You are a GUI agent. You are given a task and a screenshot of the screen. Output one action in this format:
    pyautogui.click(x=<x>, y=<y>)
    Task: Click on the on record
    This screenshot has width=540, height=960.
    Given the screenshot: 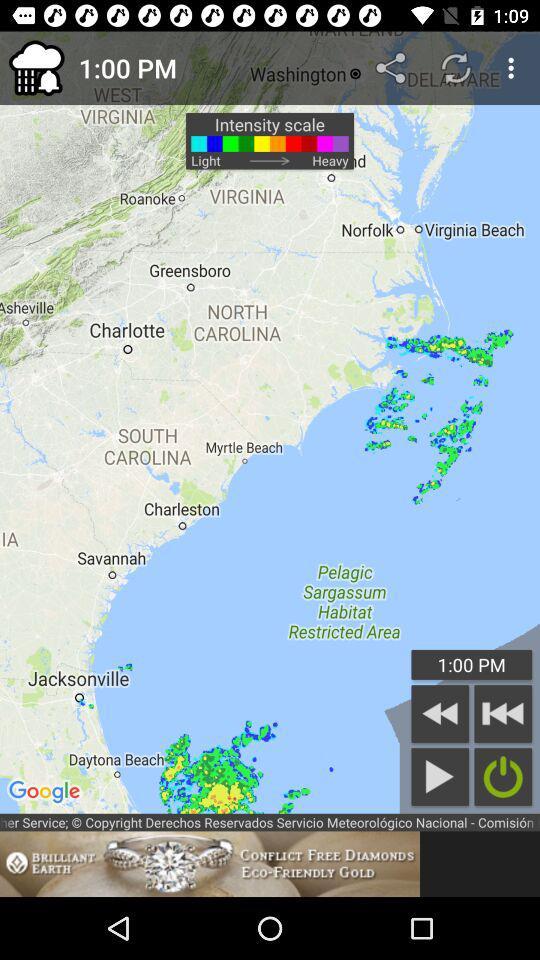 What is the action you would take?
    pyautogui.click(x=502, y=776)
    